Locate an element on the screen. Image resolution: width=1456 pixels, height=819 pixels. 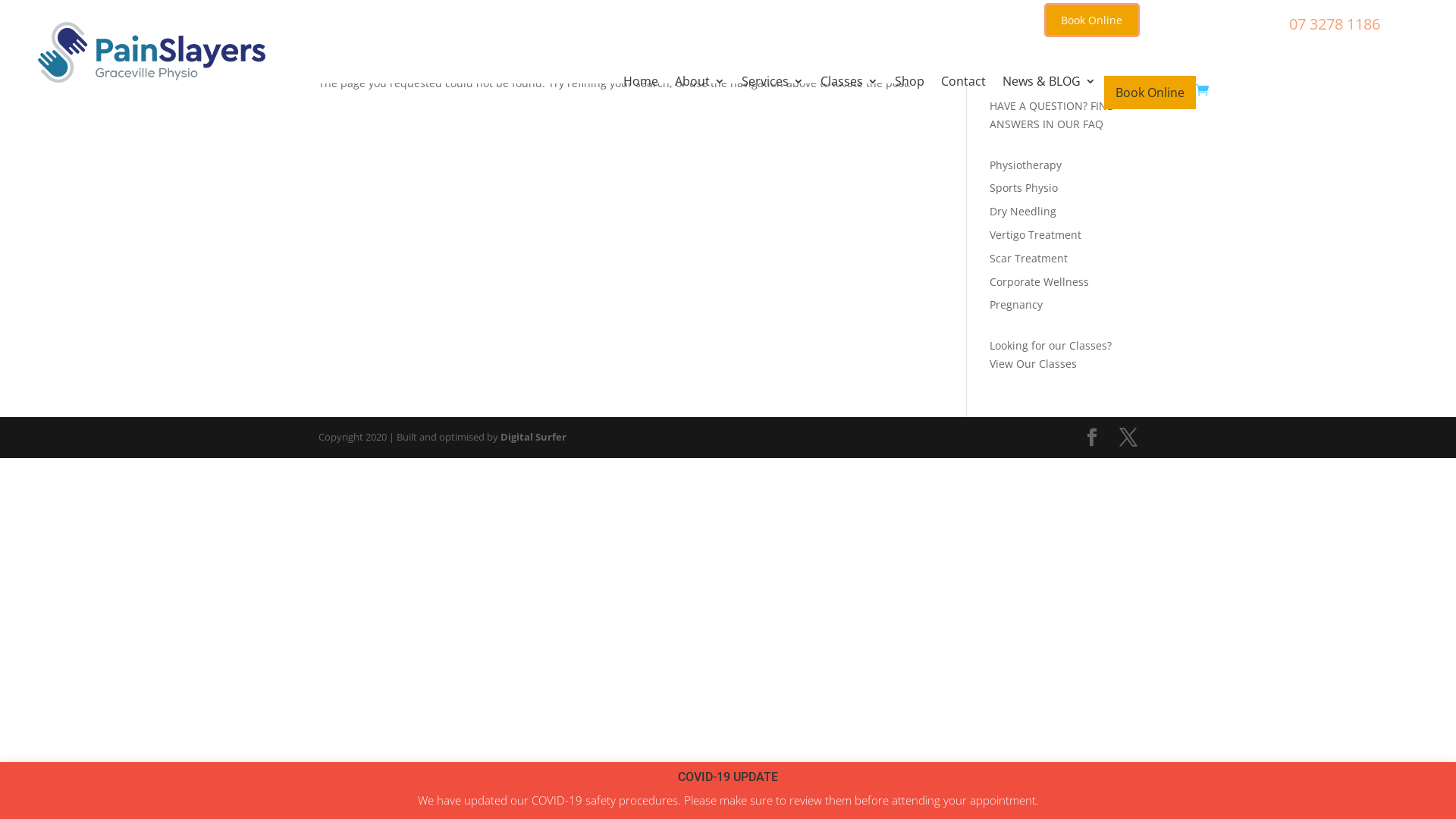
'HAVE A QUESTION? FIND ANSWERS IN OUR FAQ' is located at coordinates (1051, 114).